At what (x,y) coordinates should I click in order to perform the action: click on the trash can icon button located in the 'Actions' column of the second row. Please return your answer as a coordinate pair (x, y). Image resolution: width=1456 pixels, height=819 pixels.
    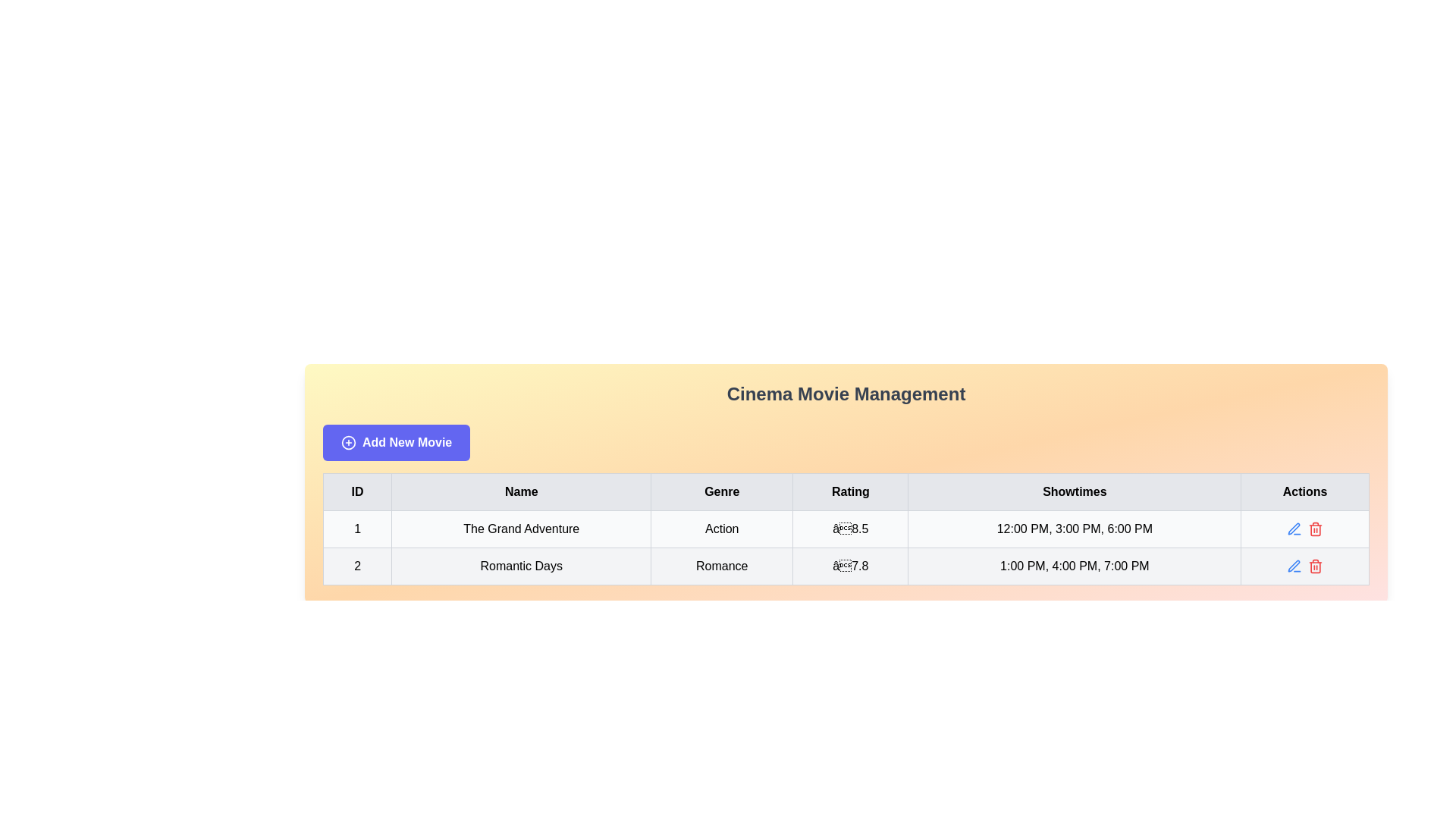
    Looking at the image, I should click on (1314, 566).